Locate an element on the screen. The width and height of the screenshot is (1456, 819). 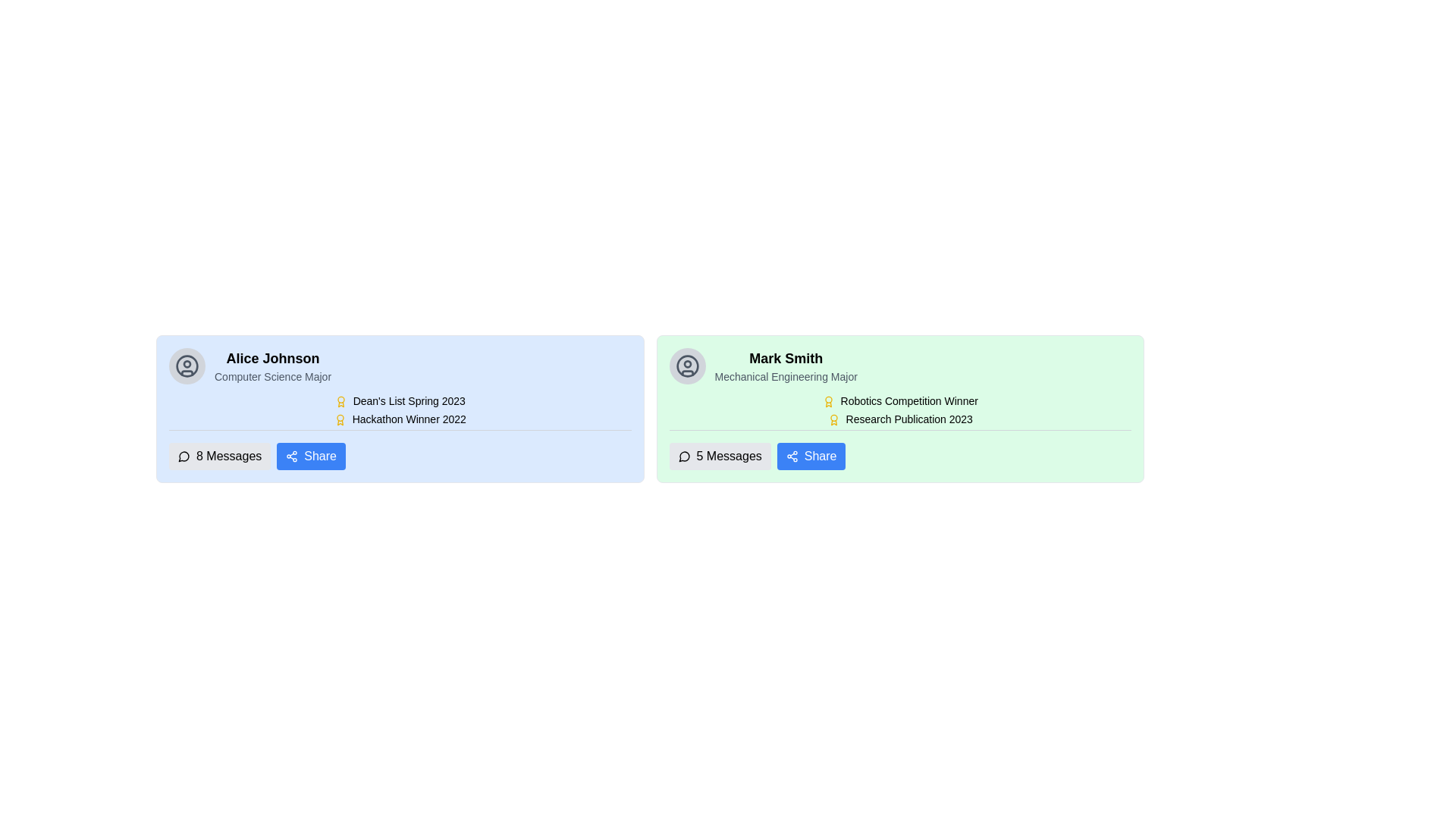
the circular graphical element representing the user profile icon located at the center of the icon on the left card in the interface is located at coordinates (186, 366).